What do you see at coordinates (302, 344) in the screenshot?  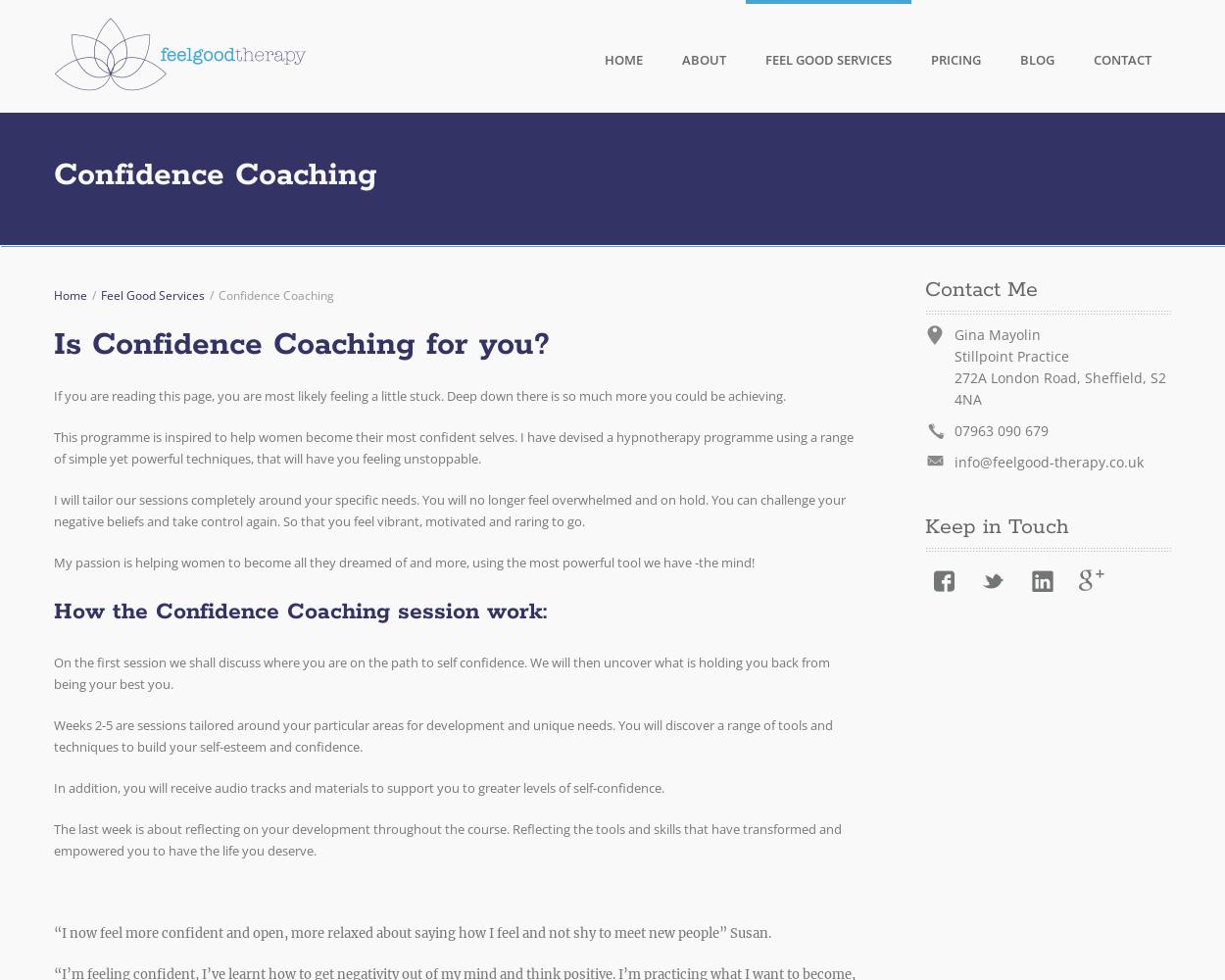 I see `'Is Confidence Coaching for you?'` at bounding box center [302, 344].